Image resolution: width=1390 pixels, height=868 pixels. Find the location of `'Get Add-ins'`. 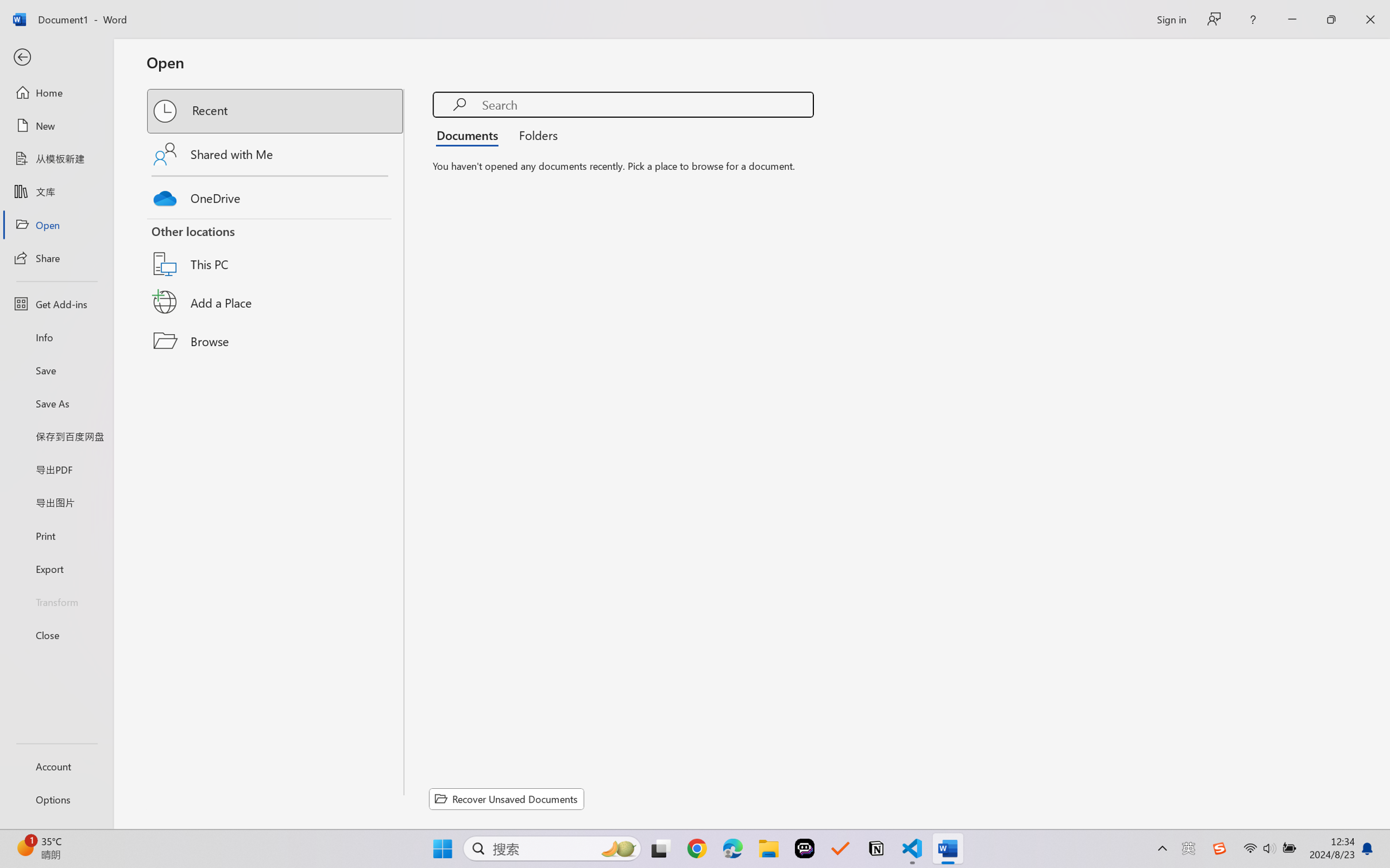

'Get Add-ins' is located at coordinates (56, 303).